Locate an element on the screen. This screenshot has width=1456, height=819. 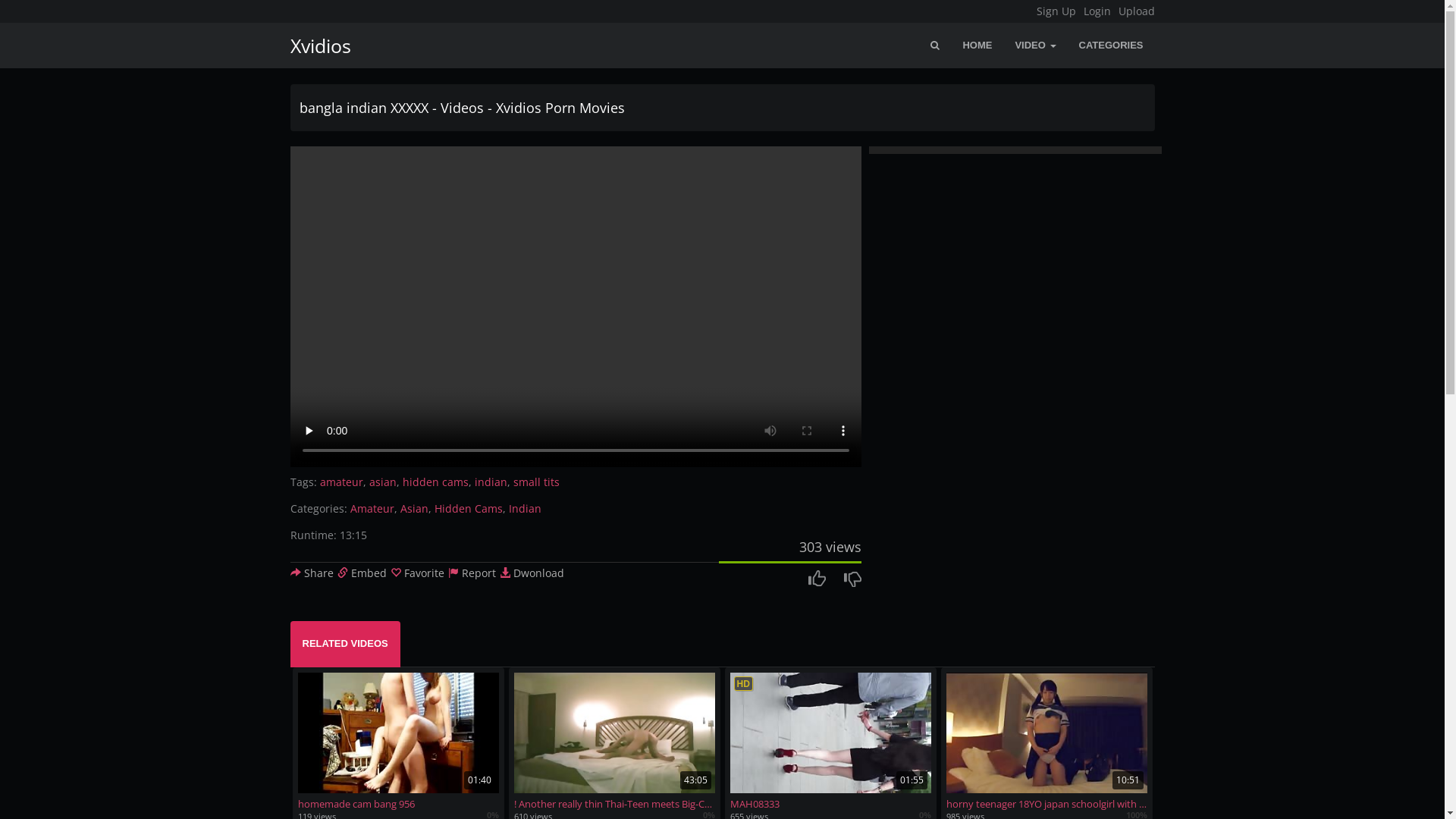
'HOME' is located at coordinates (977, 45).